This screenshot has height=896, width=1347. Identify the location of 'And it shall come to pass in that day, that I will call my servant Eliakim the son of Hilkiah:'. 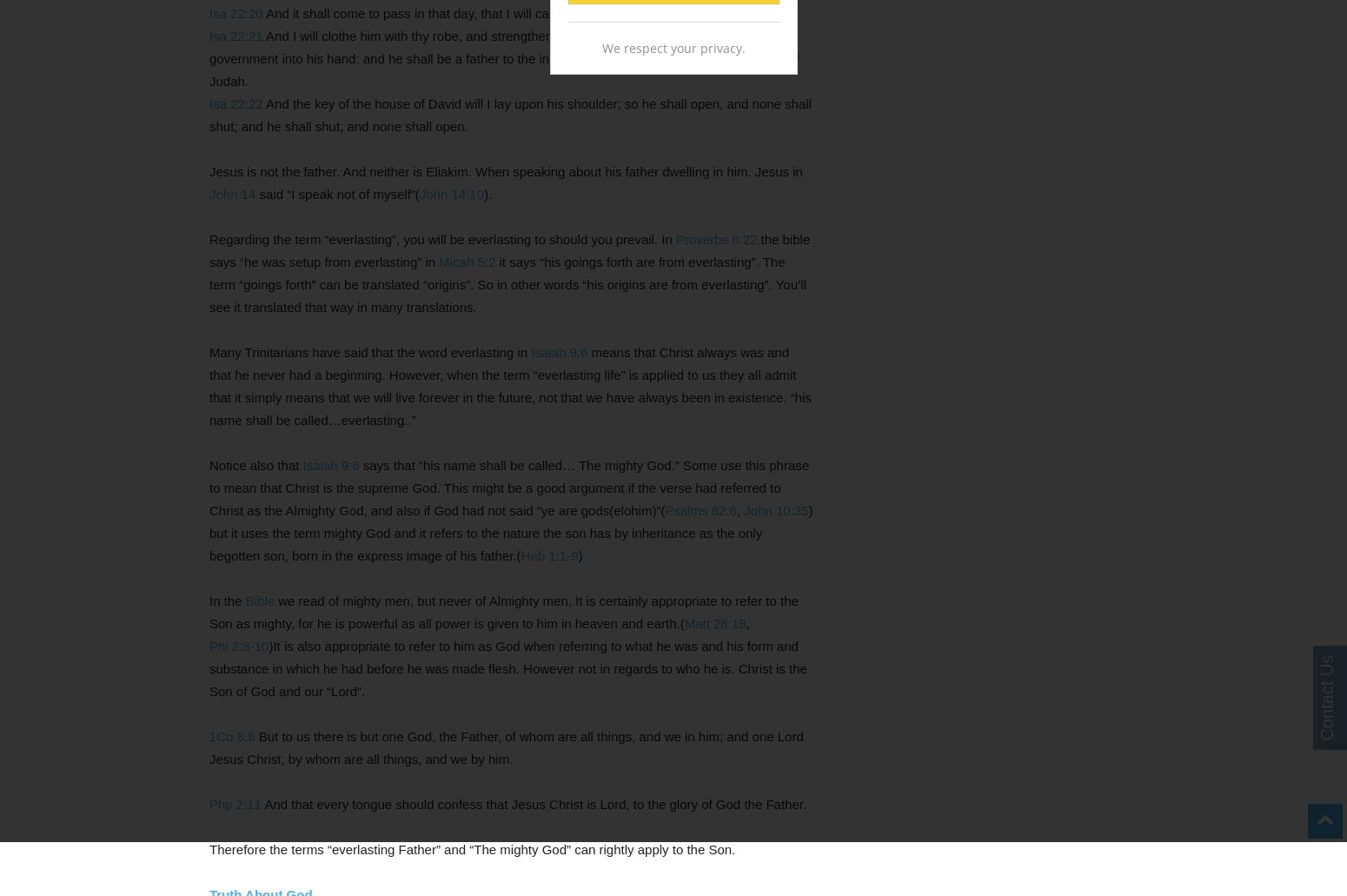
(518, 13).